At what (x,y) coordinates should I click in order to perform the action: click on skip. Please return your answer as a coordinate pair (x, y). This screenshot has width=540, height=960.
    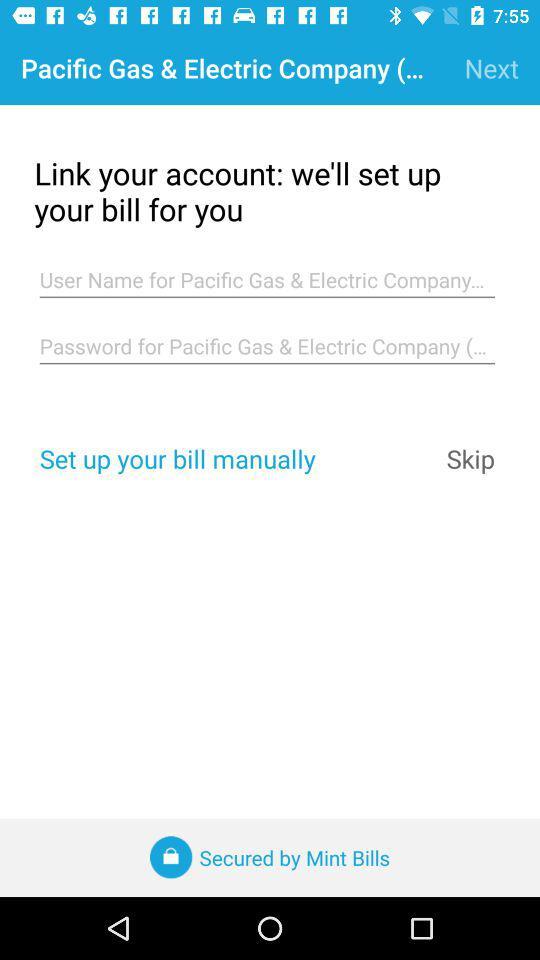
    Looking at the image, I should click on (470, 458).